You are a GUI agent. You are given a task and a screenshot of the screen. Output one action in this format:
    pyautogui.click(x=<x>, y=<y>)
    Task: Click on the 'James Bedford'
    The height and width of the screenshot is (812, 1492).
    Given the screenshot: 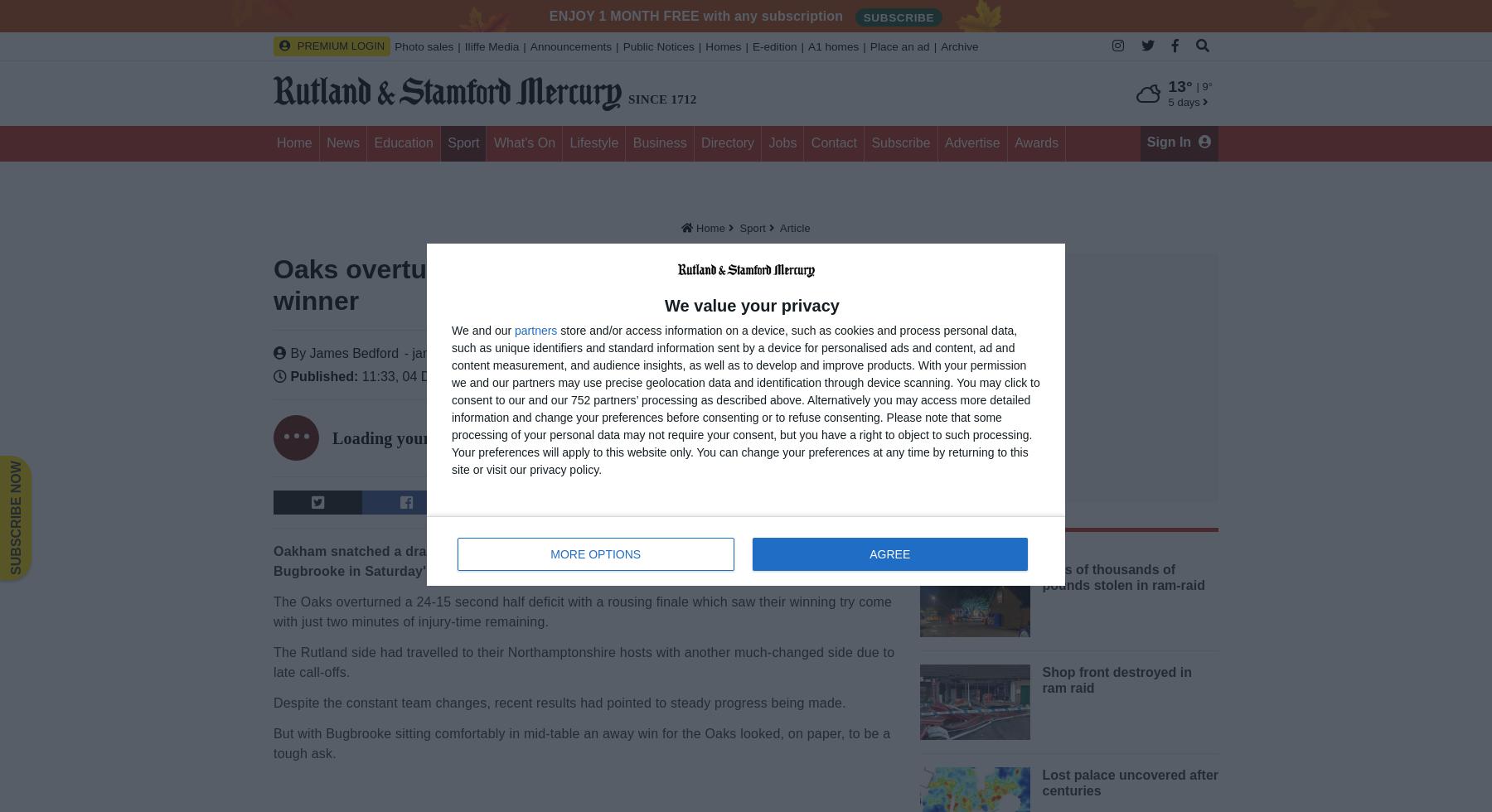 What is the action you would take?
    pyautogui.click(x=308, y=353)
    